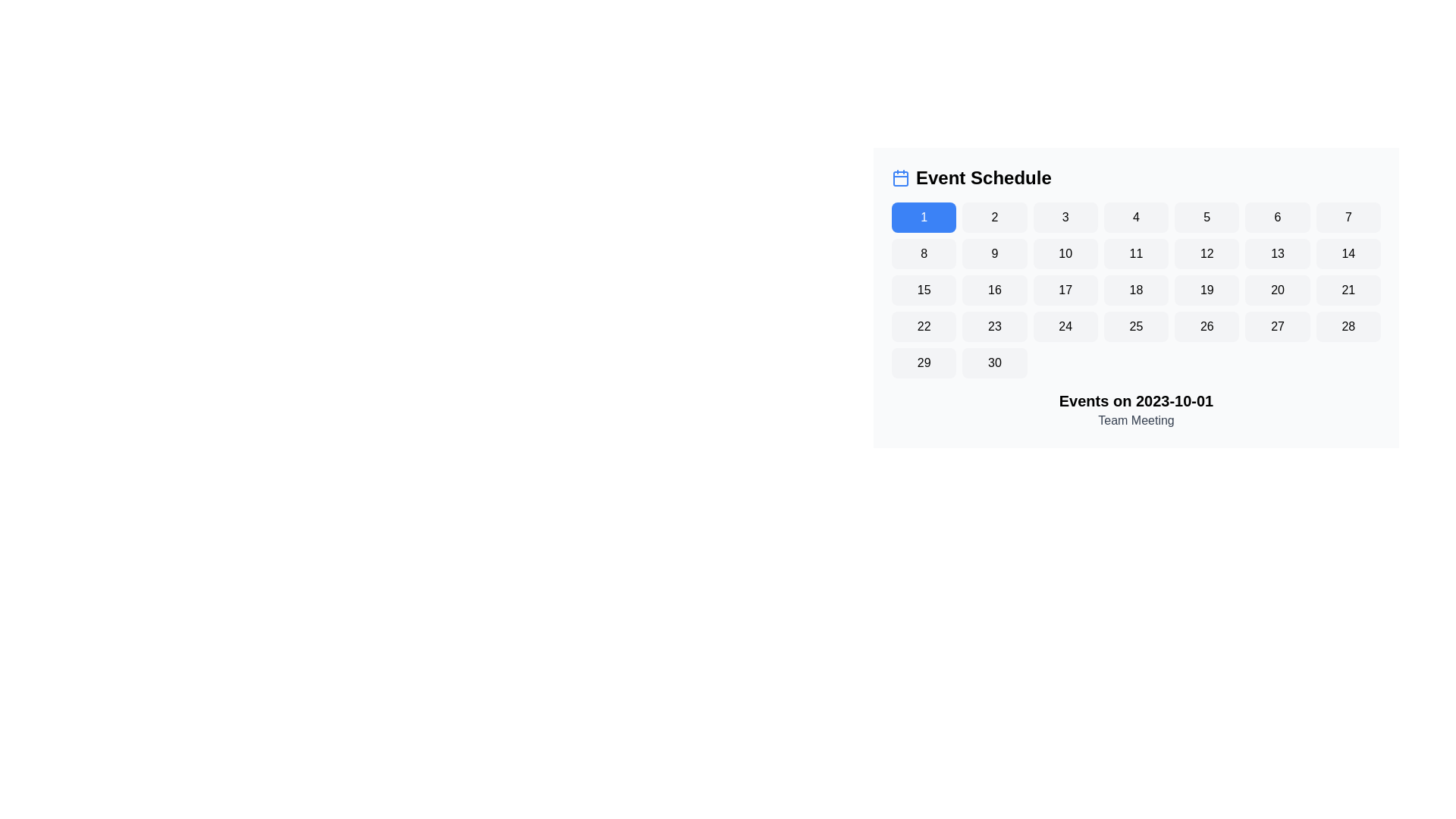 Image resolution: width=1456 pixels, height=819 pixels. What do you see at coordinates (1136, 421) in the screenshot?
I see `the 'Team Meeting' text label, which is styled in gray and located under the title 'Events on 2023-10-01'` at bounding box center [1136, 421].